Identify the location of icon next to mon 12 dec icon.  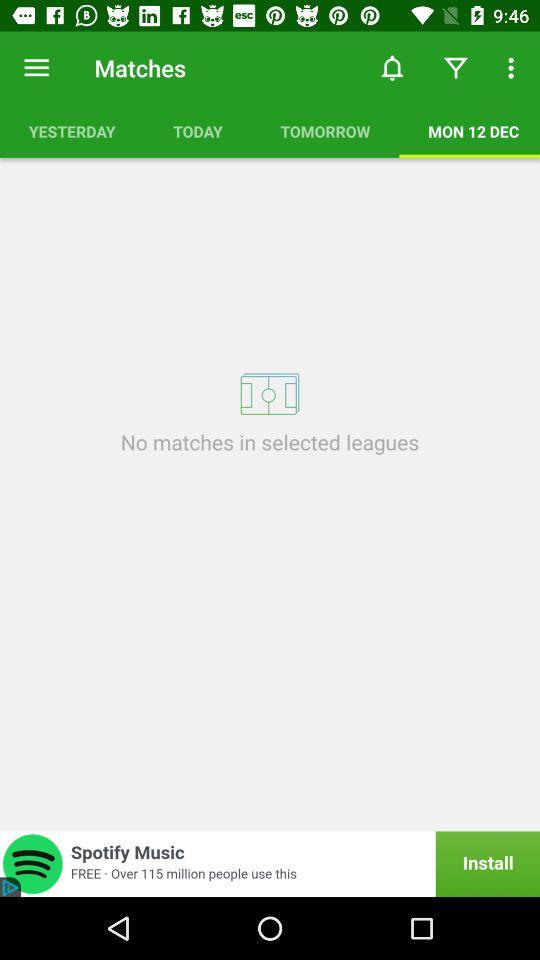
(325, 130).